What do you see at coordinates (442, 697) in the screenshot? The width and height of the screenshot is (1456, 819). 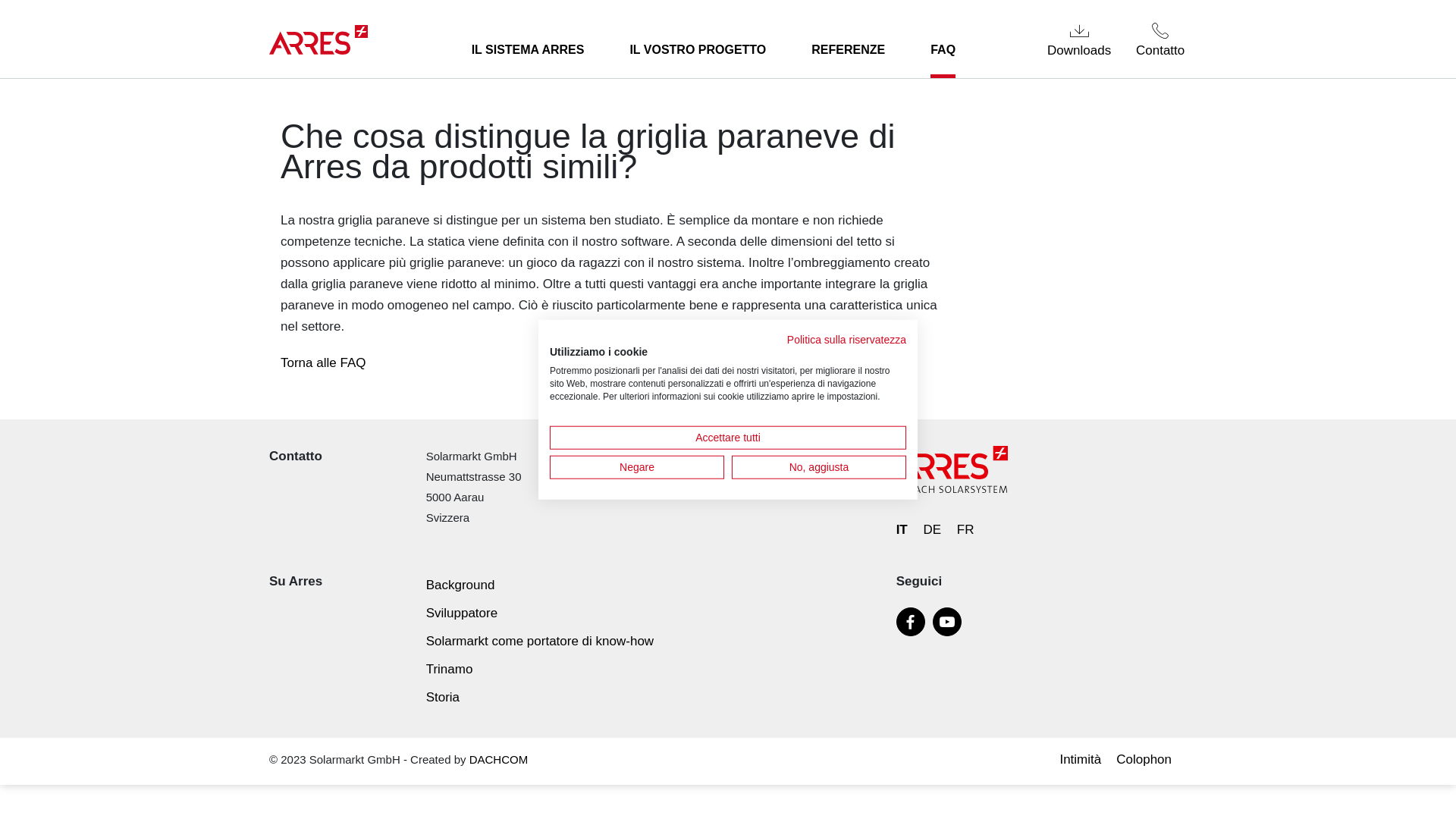 I see `'Storia'` at bounding box center [442, 697].